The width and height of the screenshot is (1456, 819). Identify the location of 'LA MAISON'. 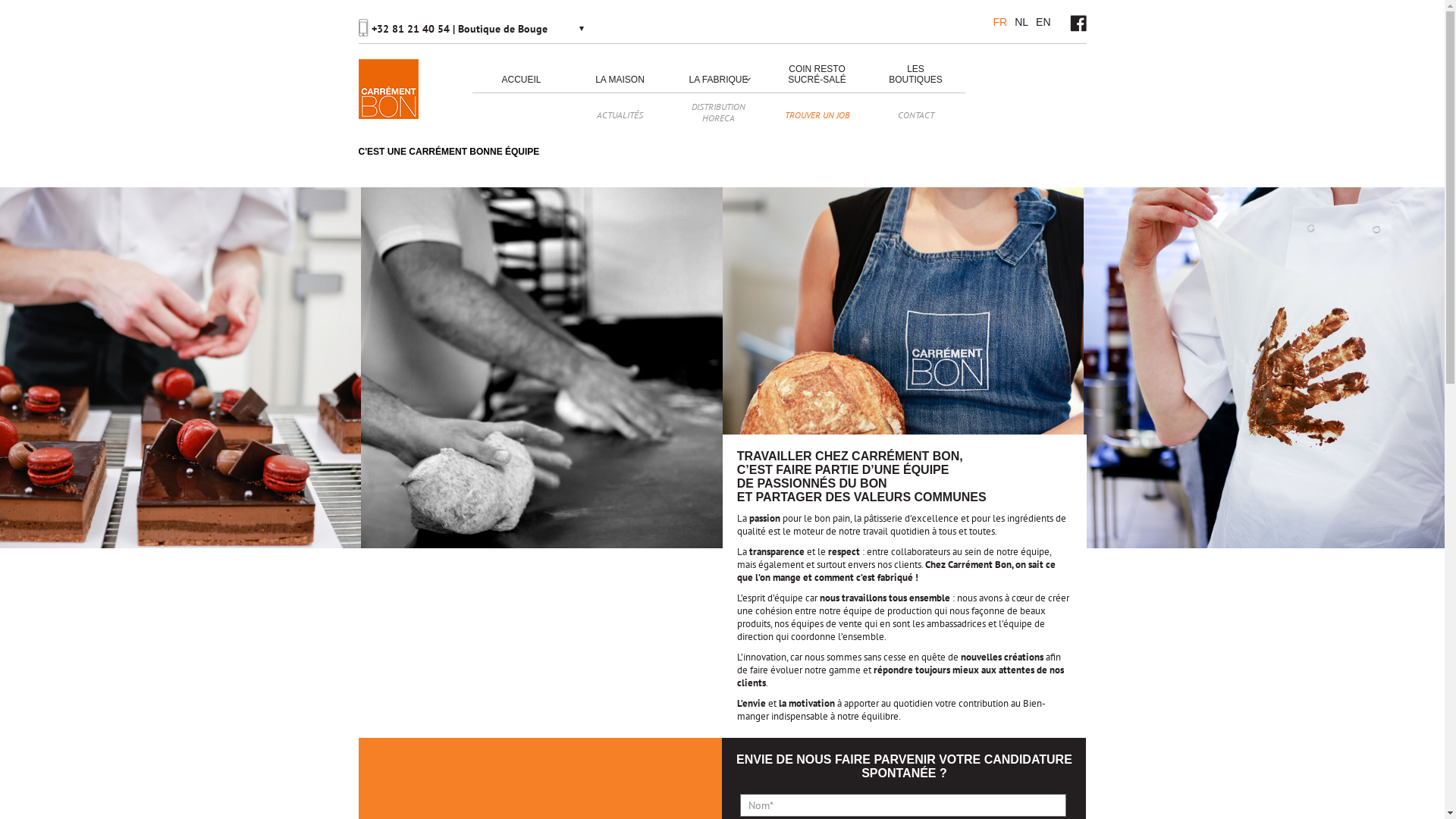
(619, 76).